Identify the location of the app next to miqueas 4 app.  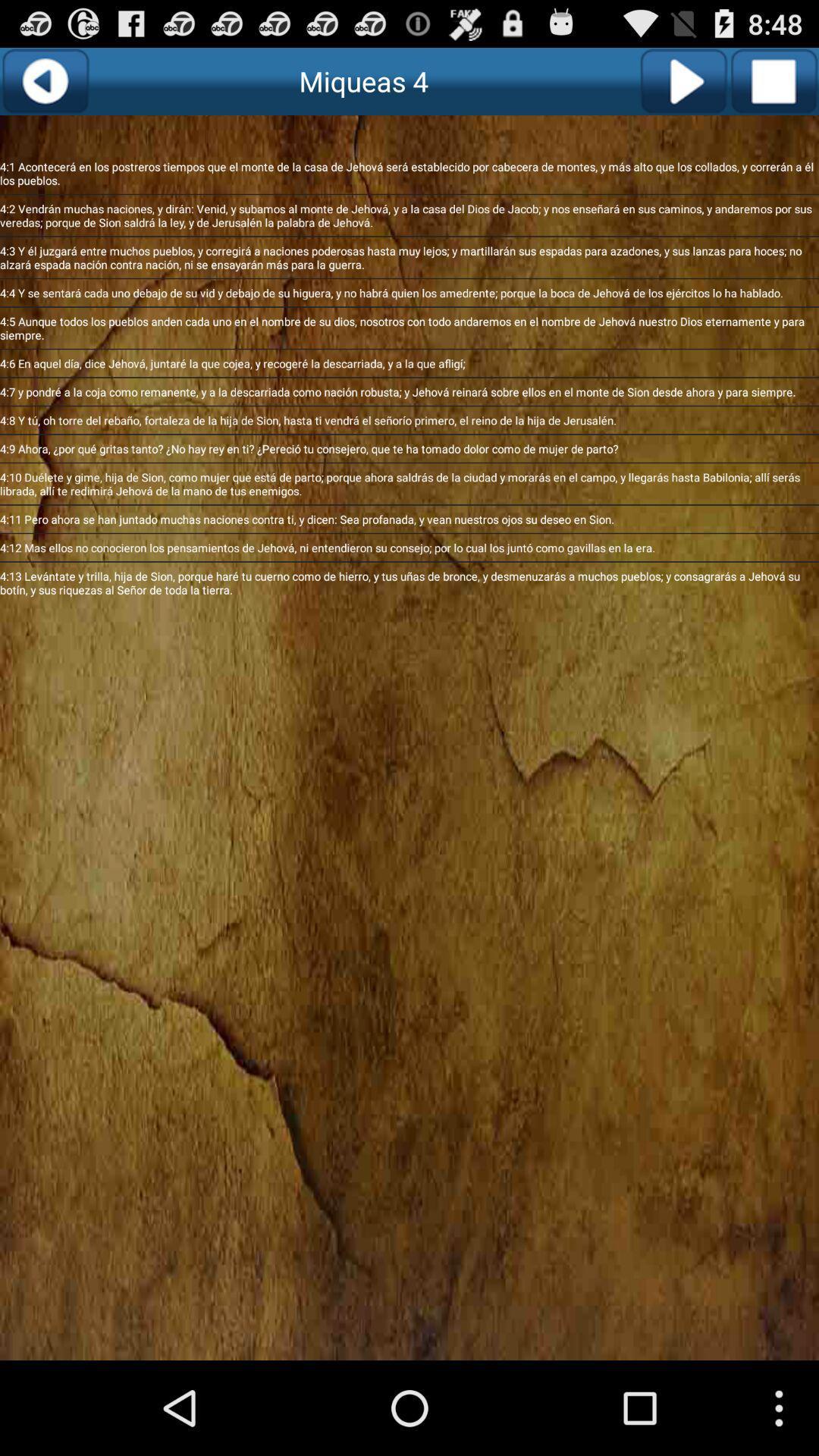
(683, 80).